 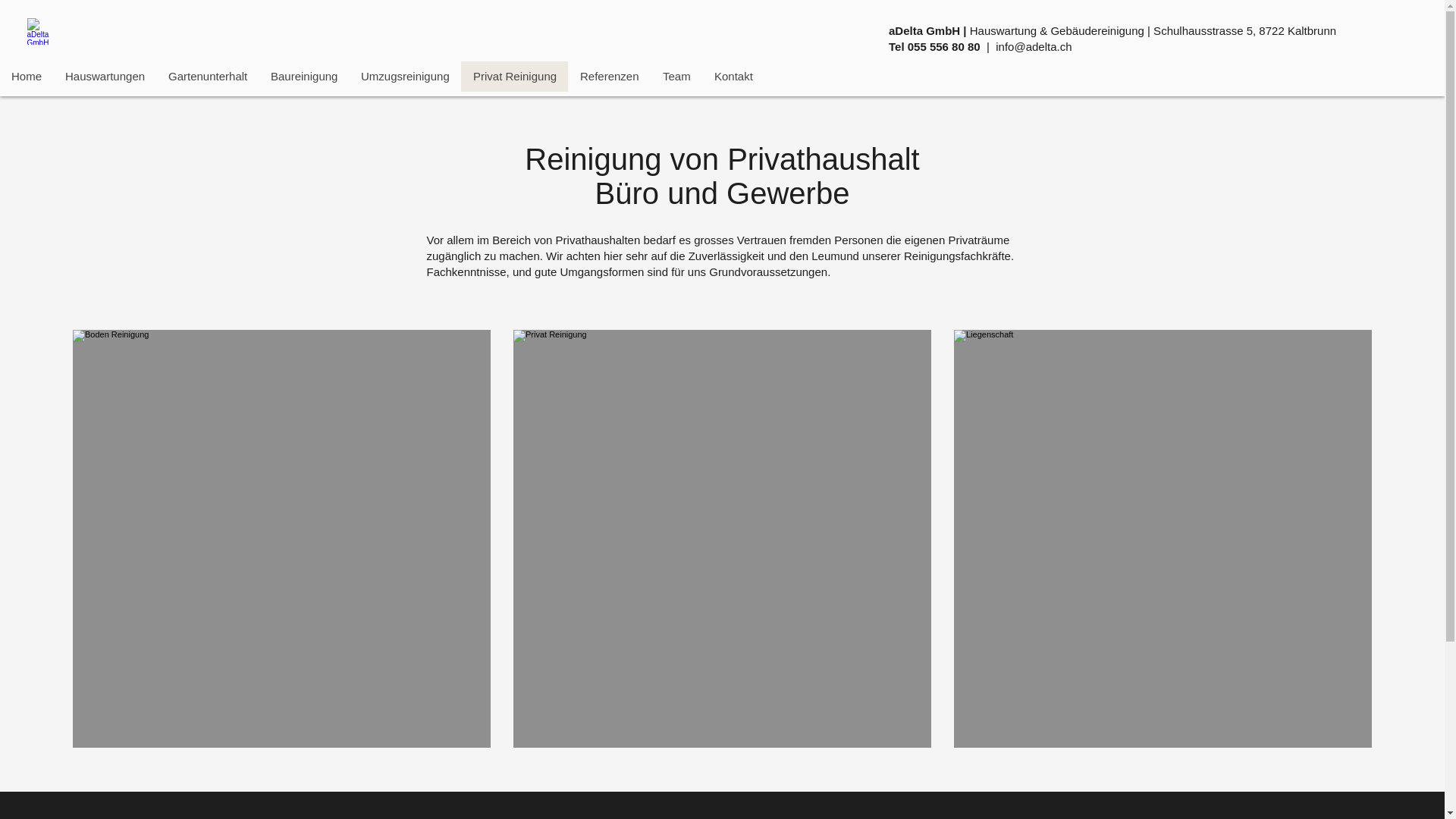 I want to click on 'Referenzen', so click(x=609, y=76).